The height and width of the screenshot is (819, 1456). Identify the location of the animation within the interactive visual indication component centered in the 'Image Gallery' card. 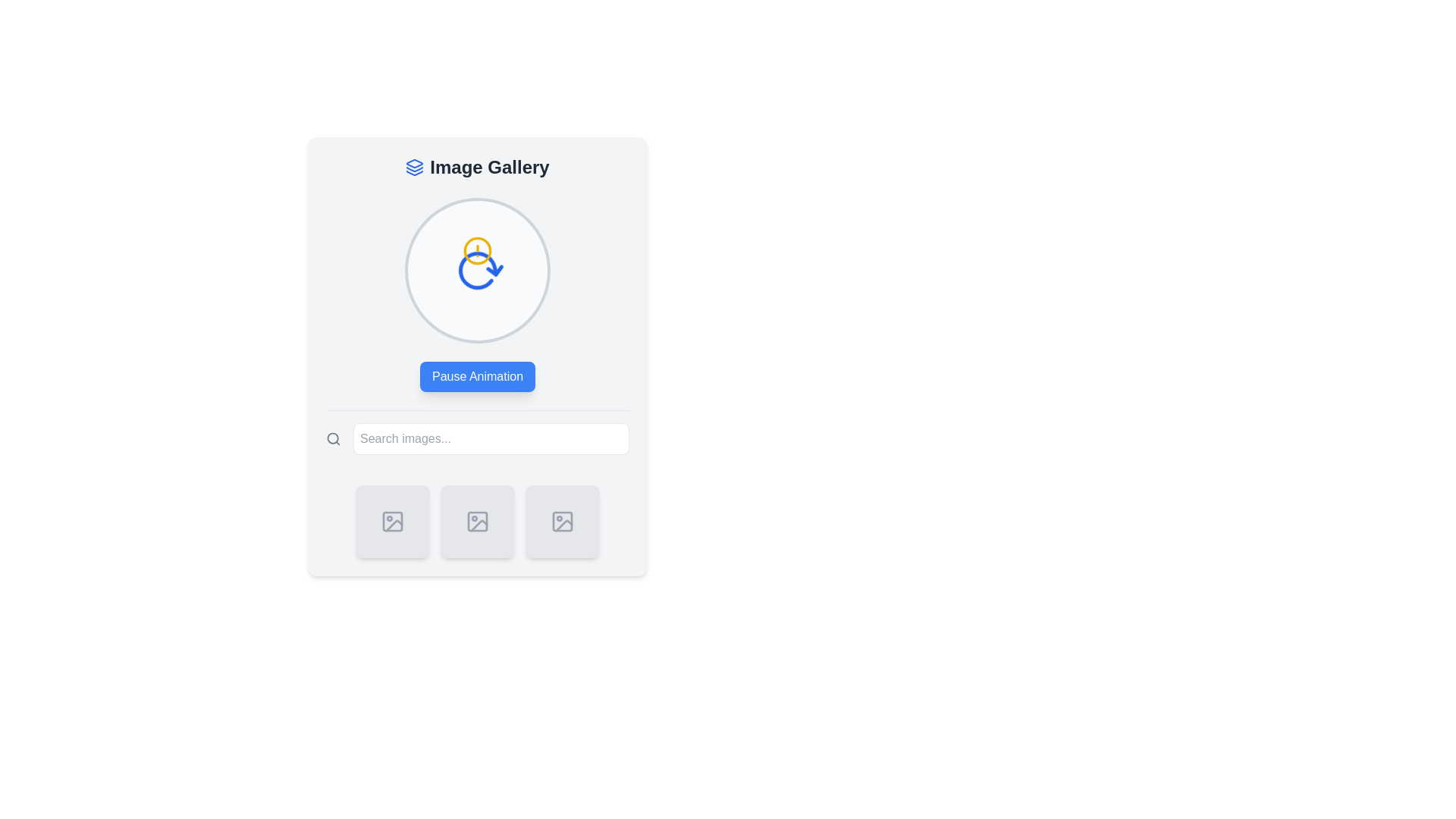
(476, 270).